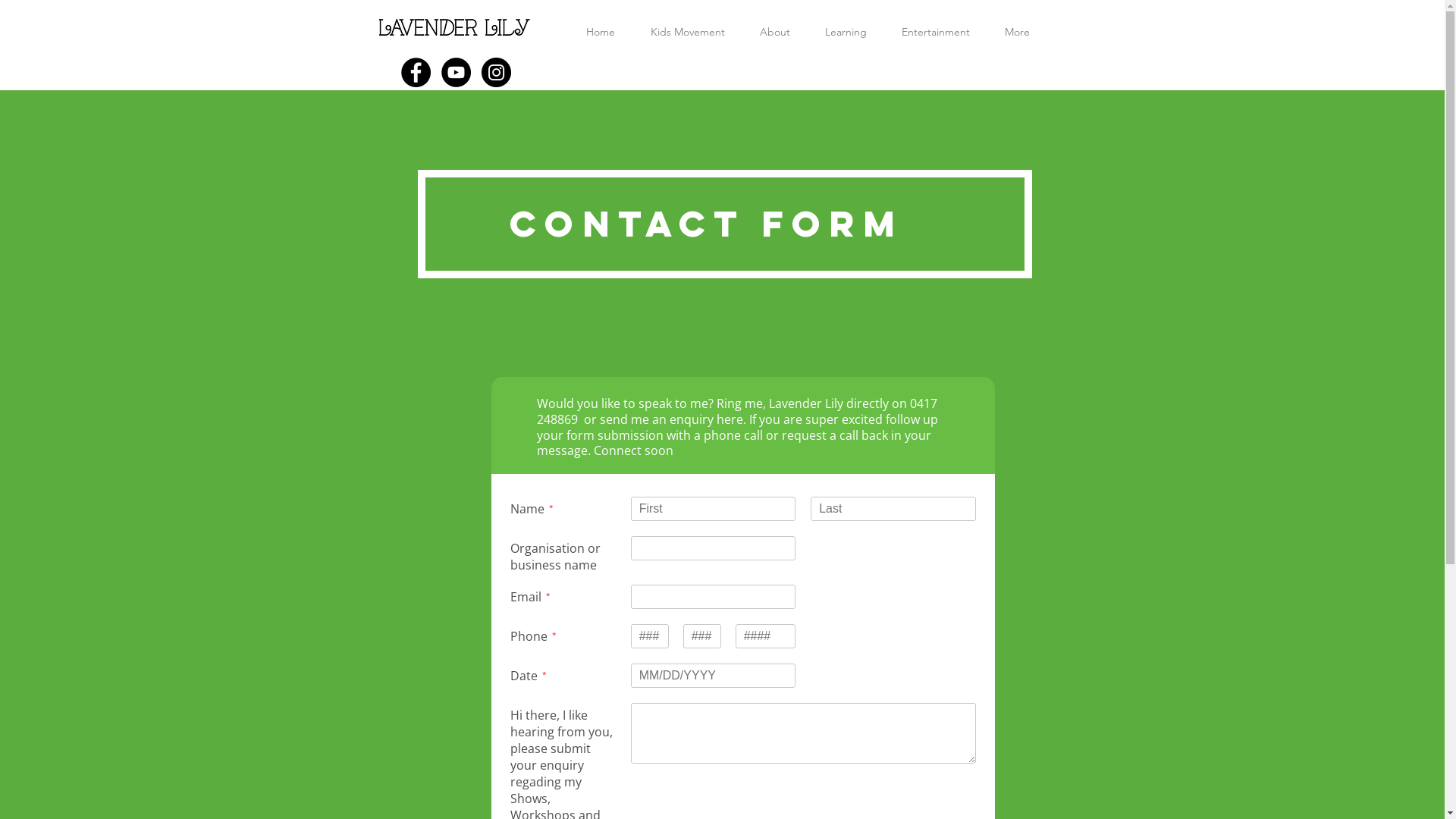 The image size is (1456, 819). What do you see at coordinates (742, 32) in the screenshot?
I see `'About'` at bounding box center [742, 32].